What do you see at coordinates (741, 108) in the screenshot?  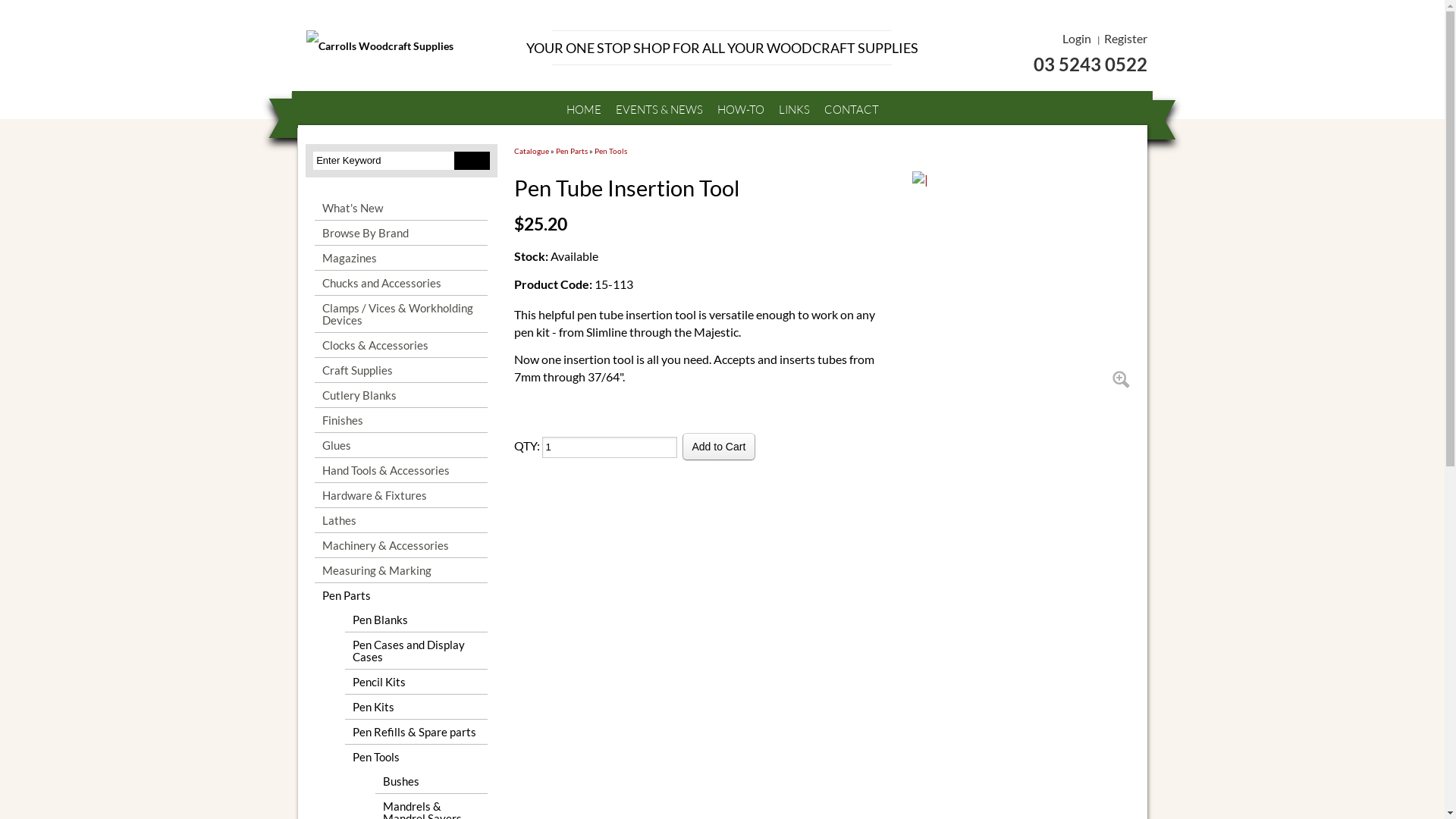 I see `'HOW-TO'` at bounding box center [741, 108].